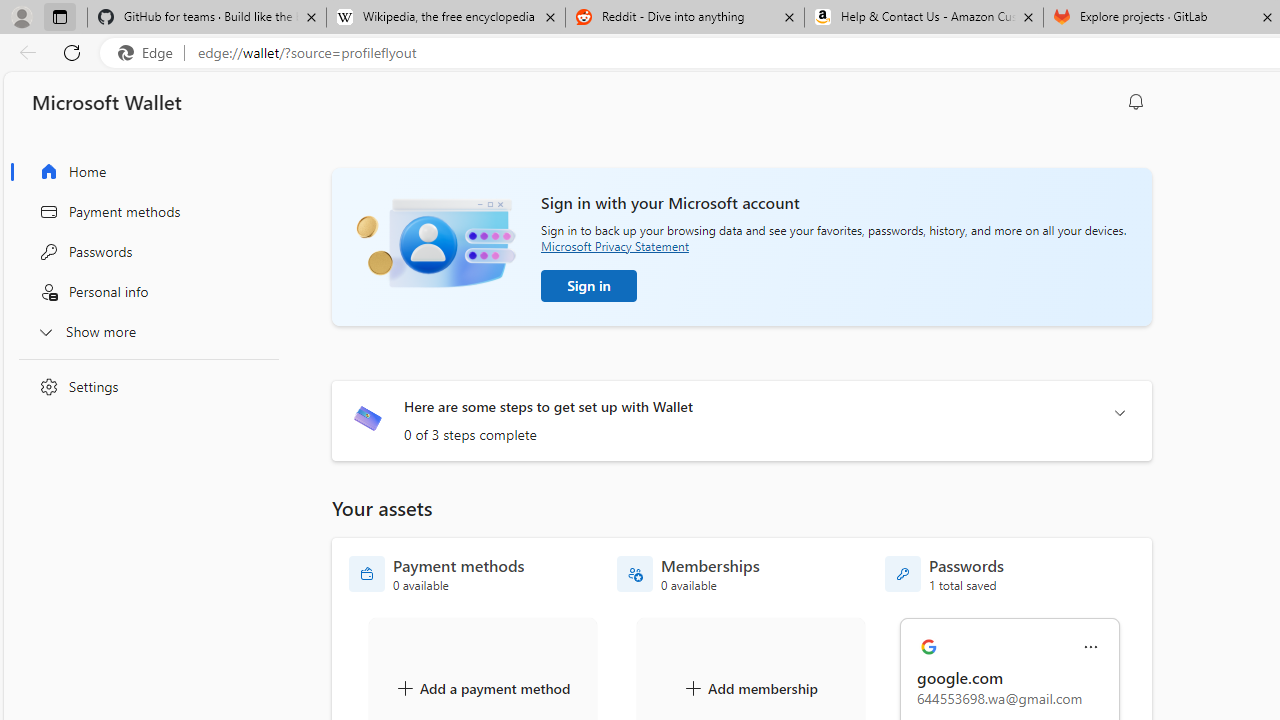 This screenshot has width=1280, height=720. Describe the element at coordinates (444, 17) in the screenshot. I see `'Wikipedia, the free encyclopedia'` at that location.